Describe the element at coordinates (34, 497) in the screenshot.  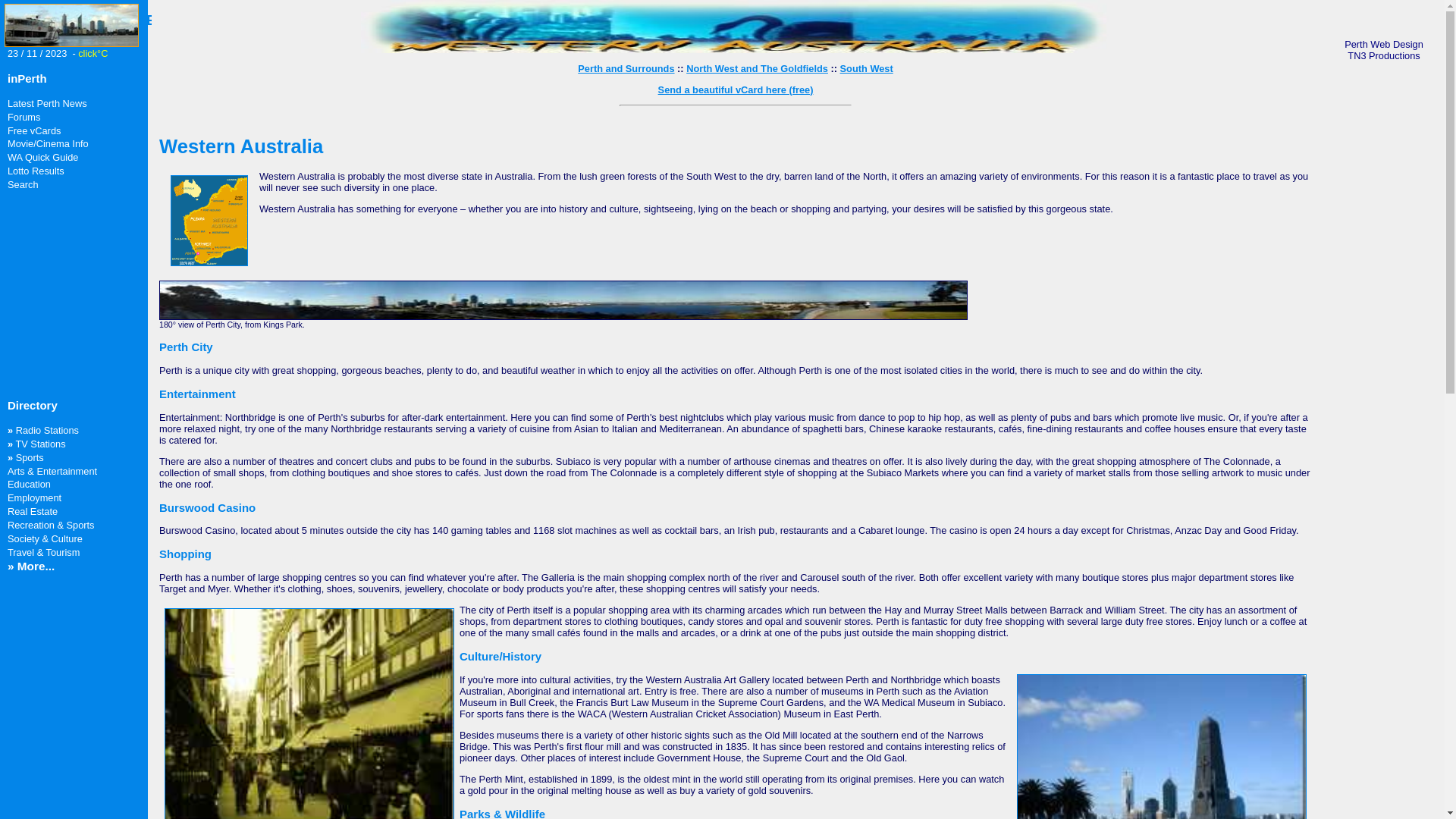
I see `'Employment'` at that location.